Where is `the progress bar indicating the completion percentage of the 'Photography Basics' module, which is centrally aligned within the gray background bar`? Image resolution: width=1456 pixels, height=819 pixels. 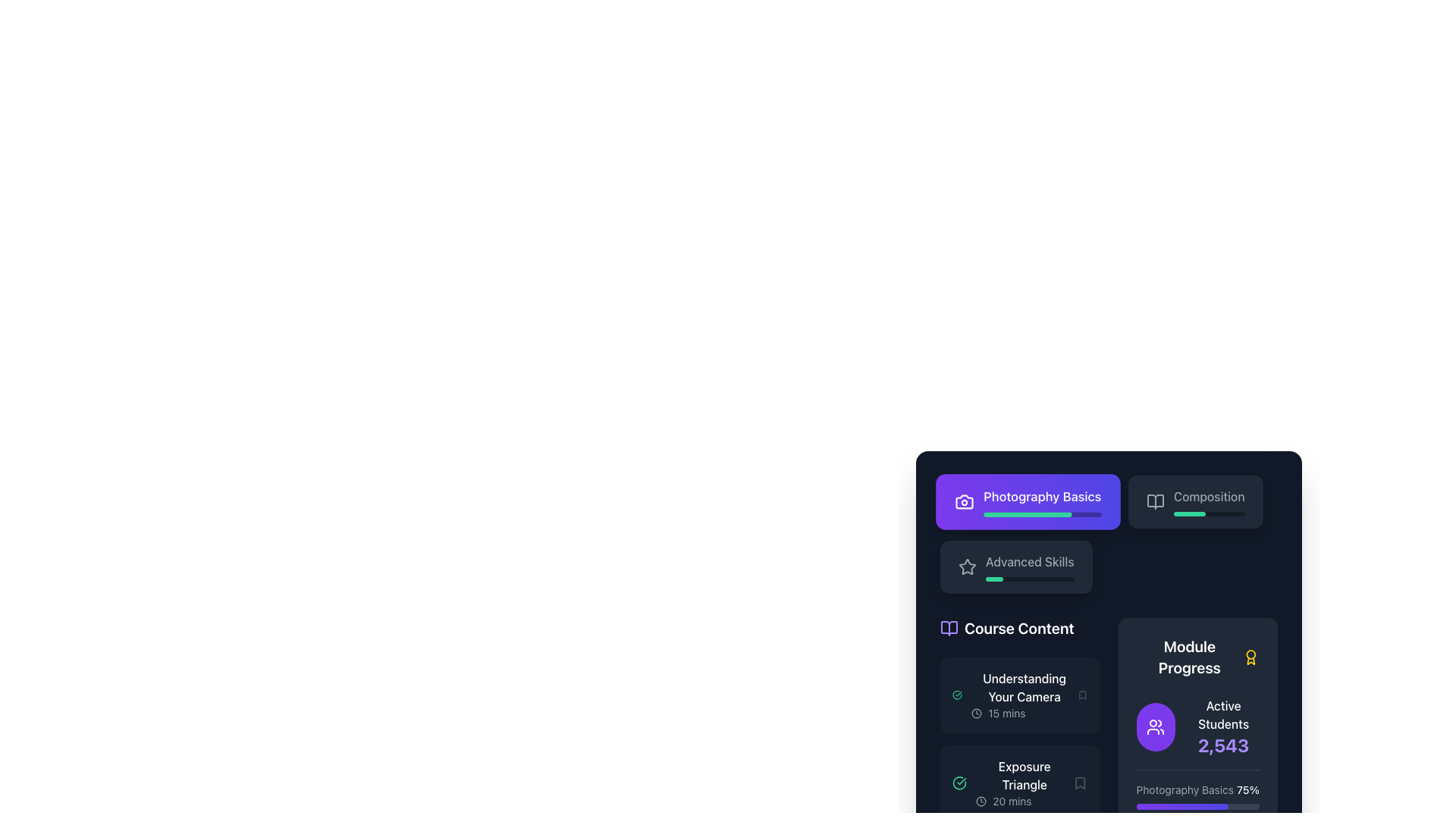
the progress bar indicating the completion percentage of the 'Photography Basics' module, which is centrally aligned within the gray background bar is located at coordinates (1028, 513).